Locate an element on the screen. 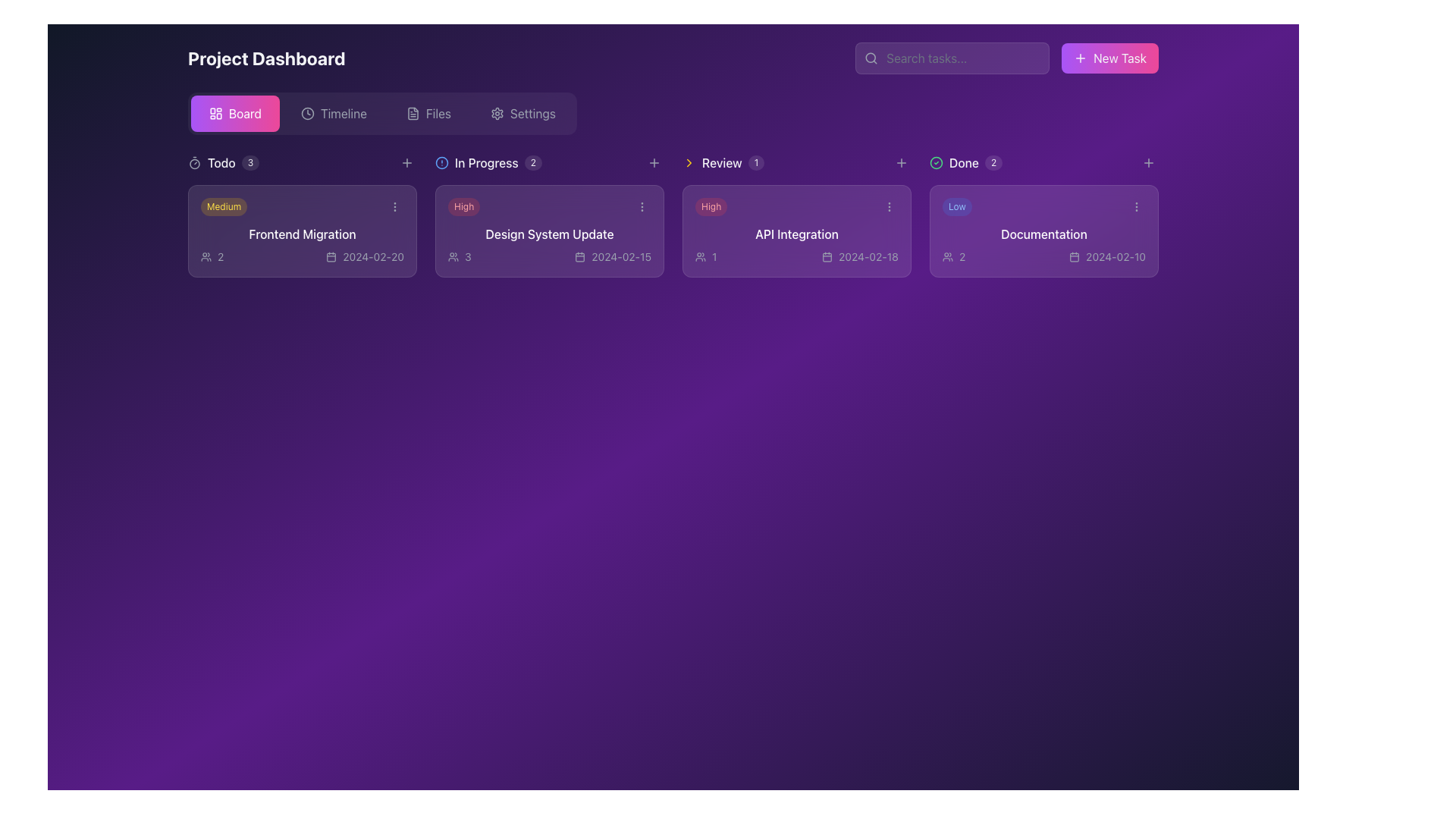 This screenshot has width=1456, height=819. the number of users represented by the label containing a user icon and the number '2' within the 'Documentation' card in the 'Done' section is located at coordinates (952, 256).